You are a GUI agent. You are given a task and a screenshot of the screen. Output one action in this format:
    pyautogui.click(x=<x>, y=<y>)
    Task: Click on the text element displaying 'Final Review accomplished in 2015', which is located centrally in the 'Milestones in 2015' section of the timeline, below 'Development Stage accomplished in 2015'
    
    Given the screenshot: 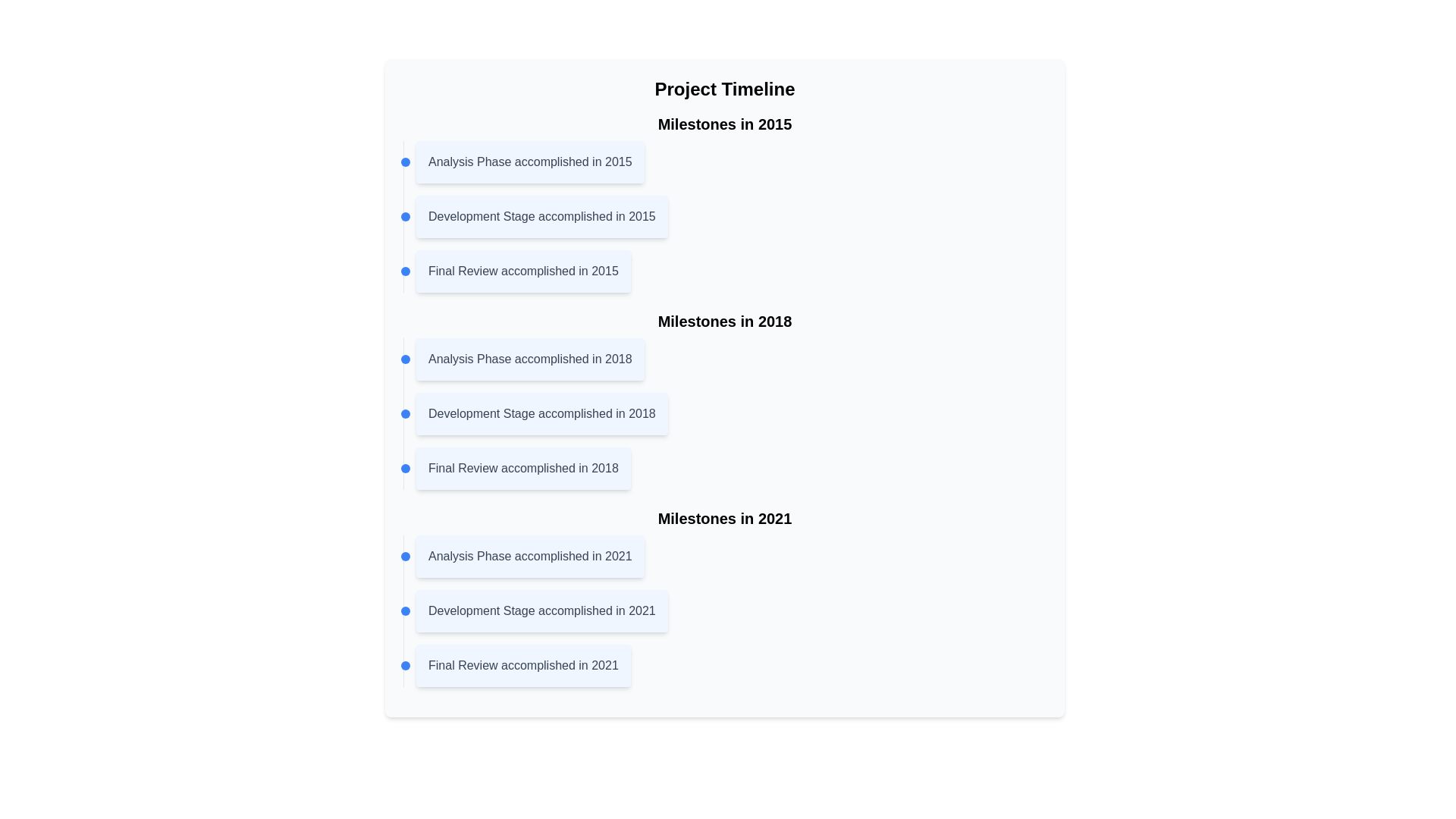 What is the action you would take?
    pyautogui.click(x=523, y=271)
    